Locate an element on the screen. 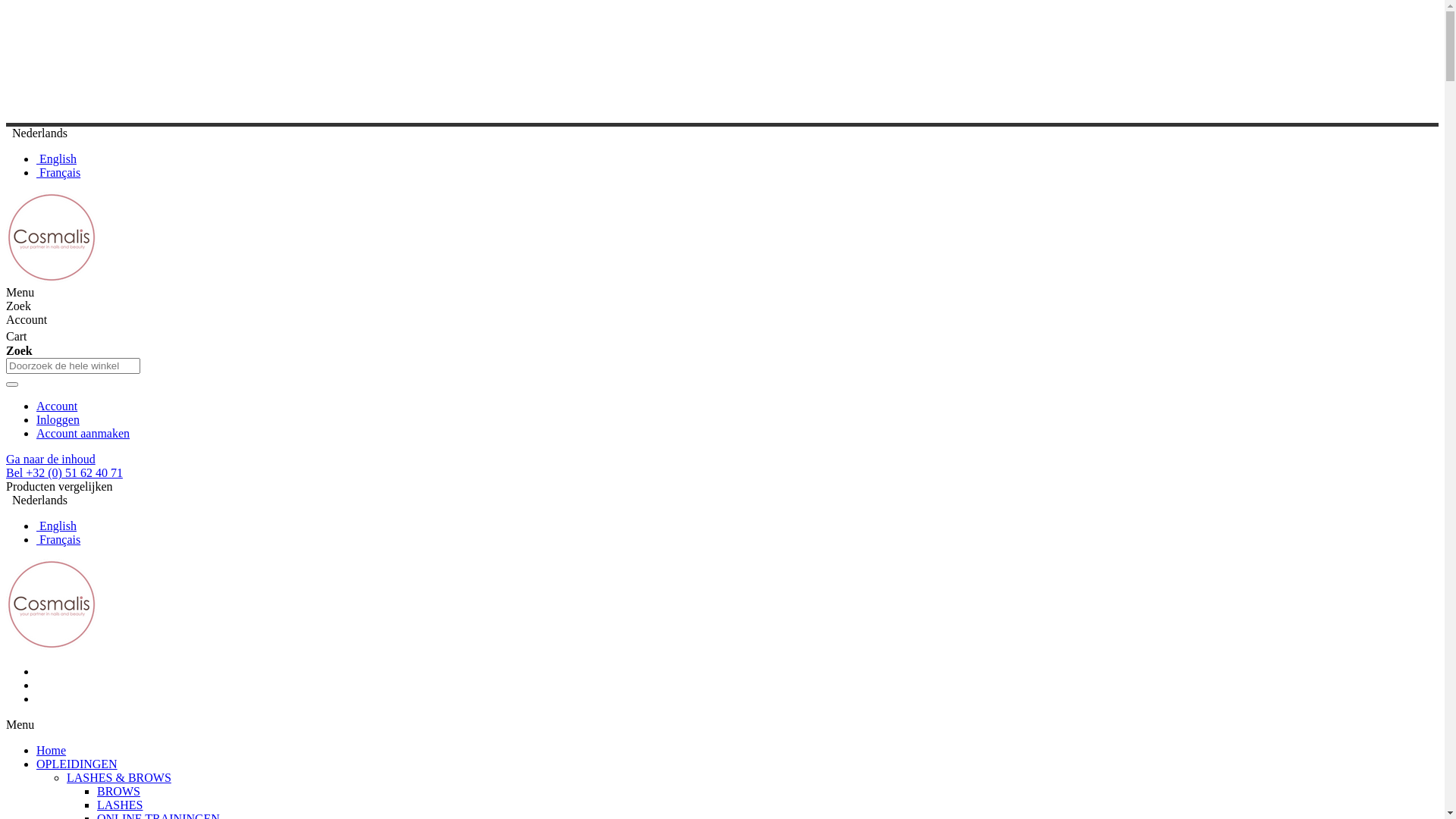  'Home' is located at coordinates (51, 749).